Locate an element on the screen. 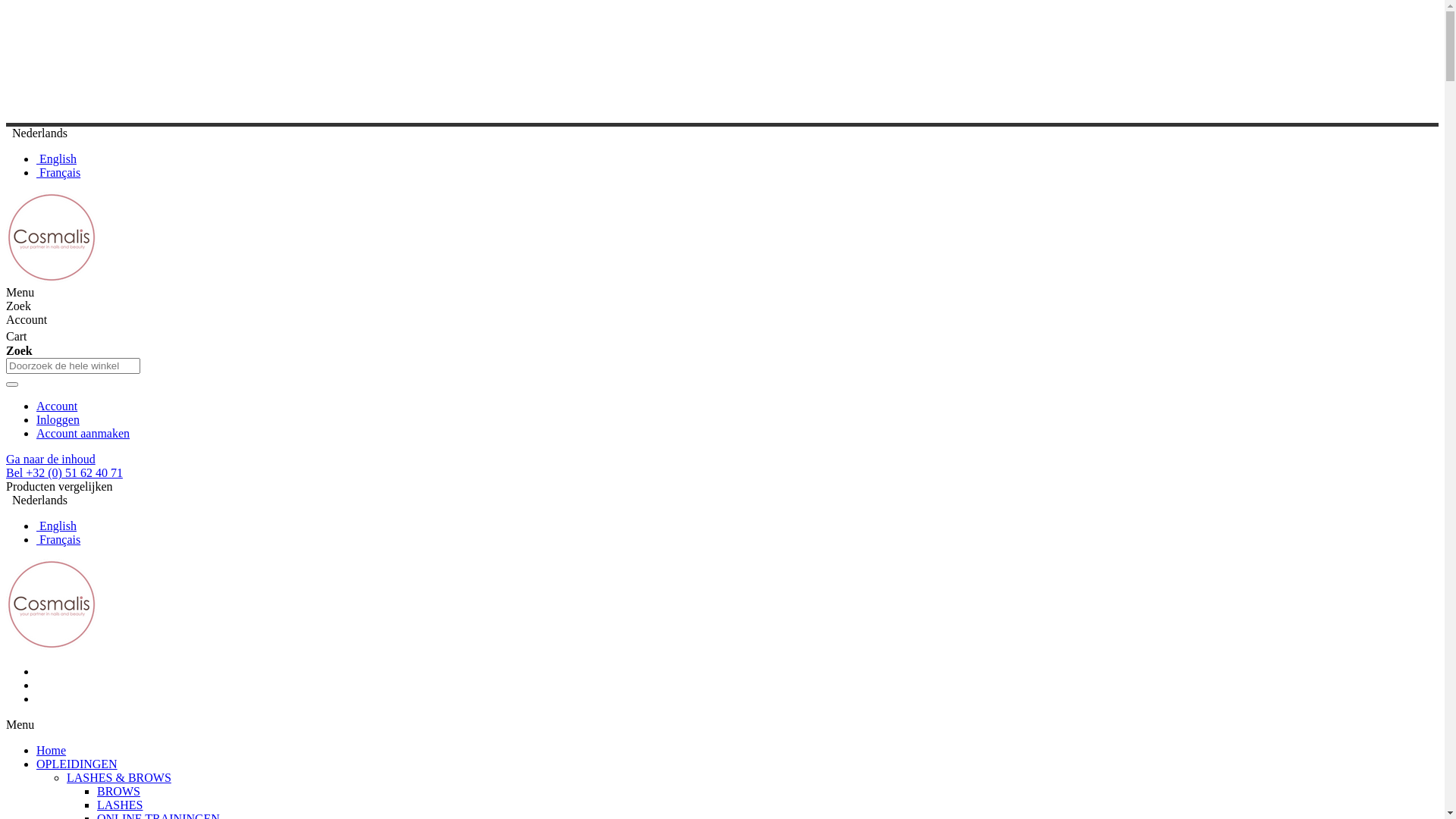  'Home' is located at coordinates (51, 749).